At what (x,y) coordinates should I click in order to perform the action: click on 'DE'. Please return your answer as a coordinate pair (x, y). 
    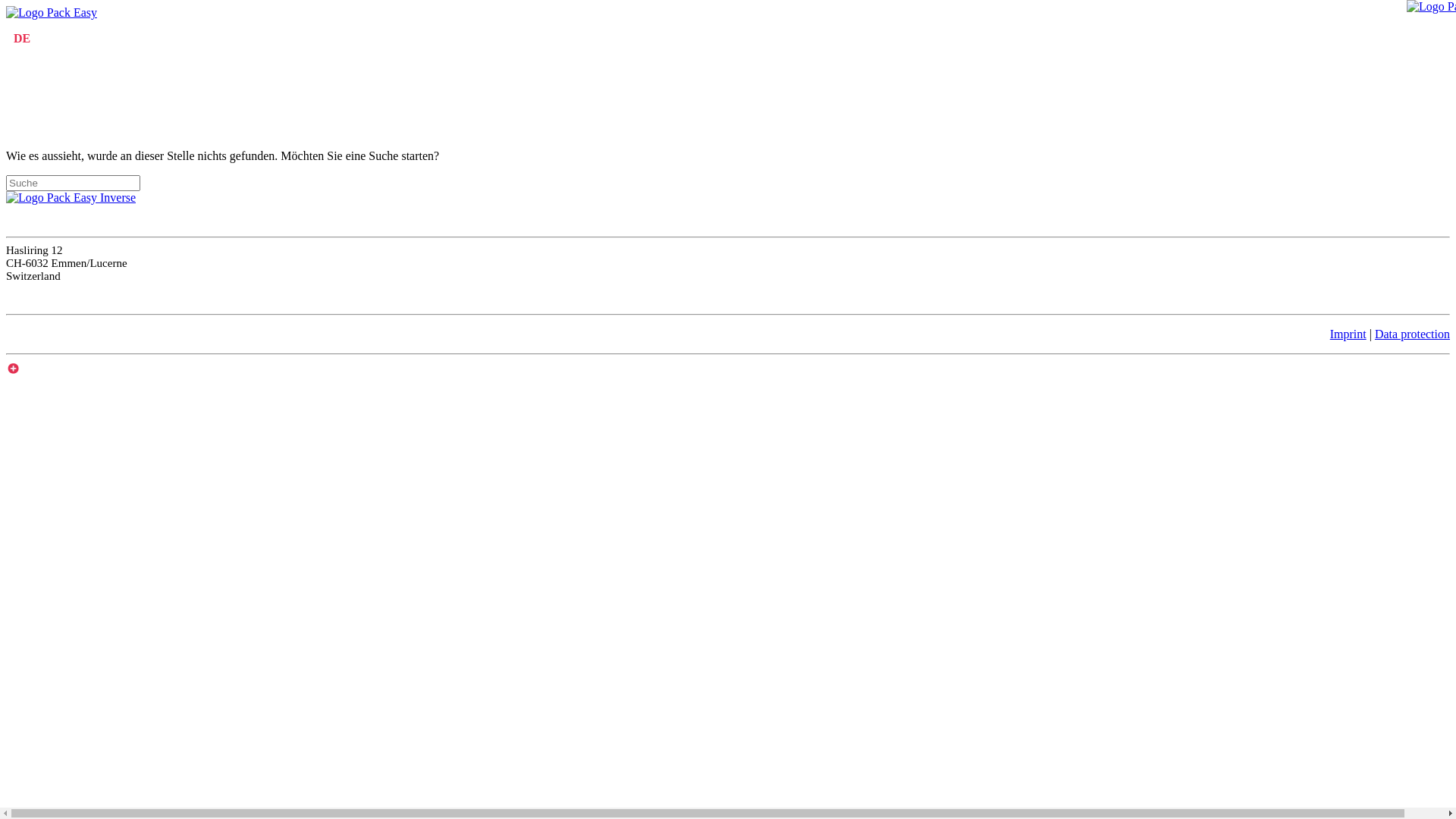
    Looking at the image, I should click on (21, 37).